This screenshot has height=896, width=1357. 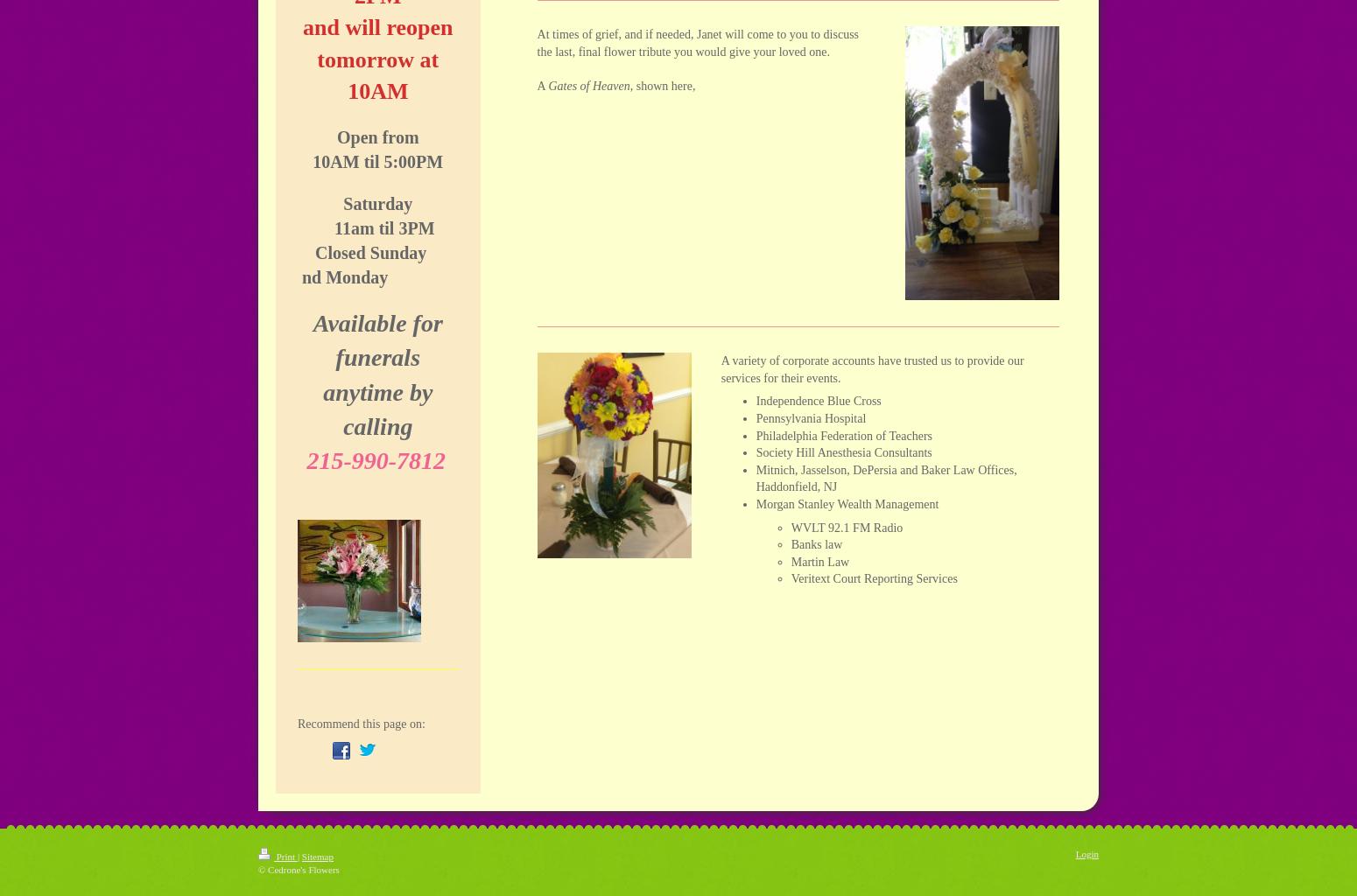 What do you see at coordinates (842, 434) in the screenshot?
I see `'Philadelphia Federation of Teachers'` at bounding box center [842, 434].